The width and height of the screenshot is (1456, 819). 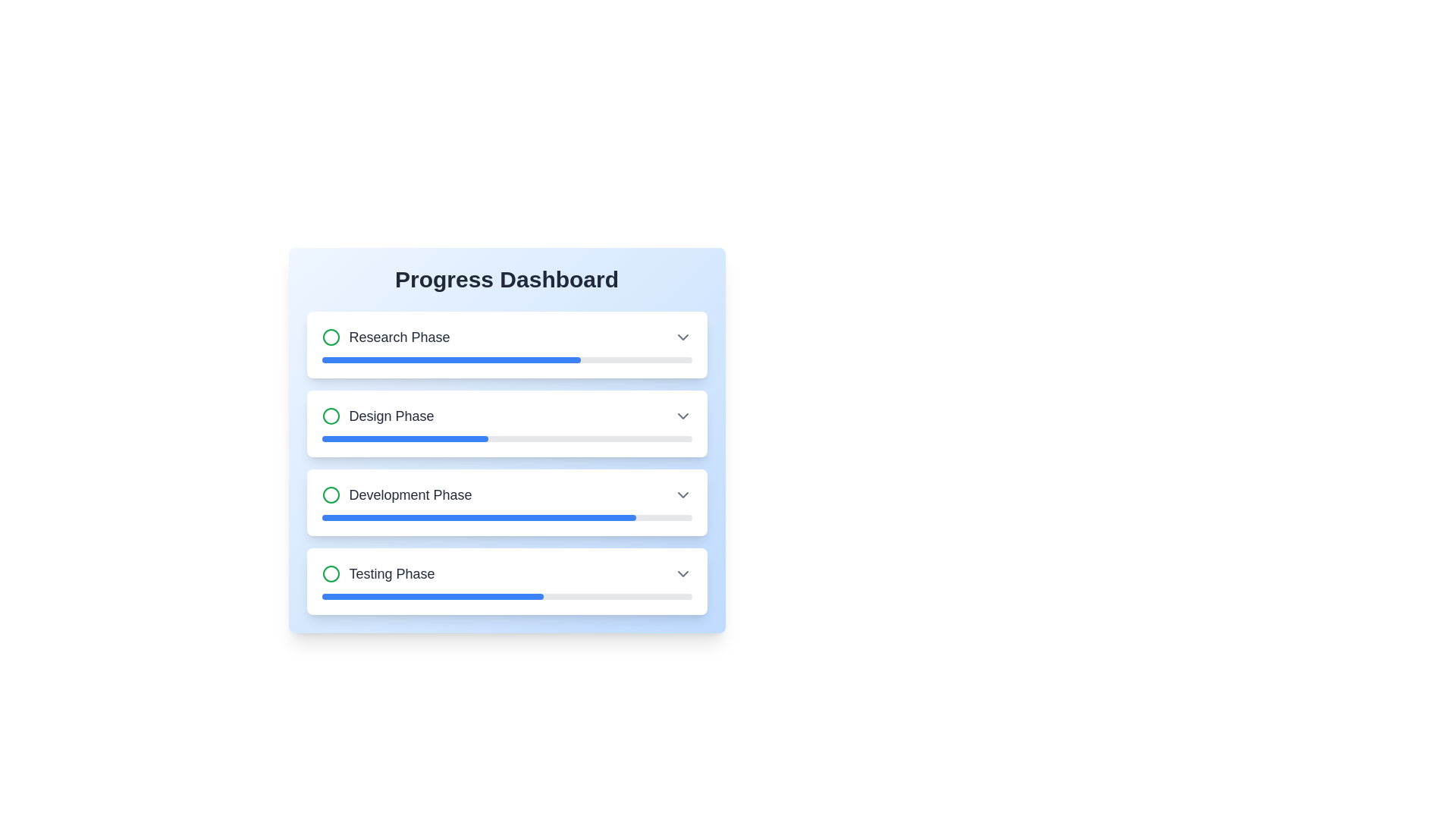 I want to click on text from the label that says 'Development Phase', which is styled in medium font size and gray color, positioned between 'Design Phase' and 'Testing Phase' on the dashboard, so click(x=397, y=494).